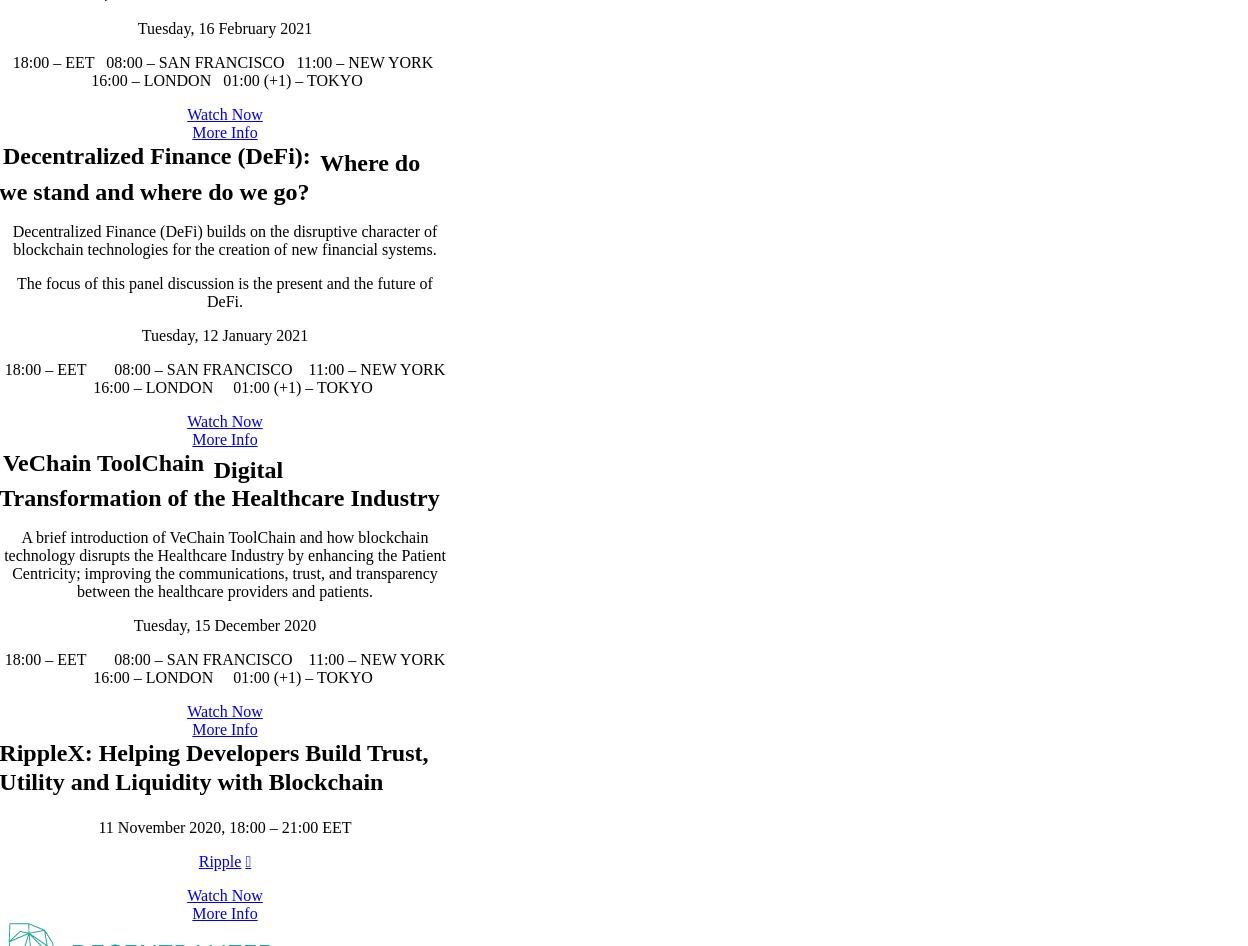  Describe the element at coordinates (224, 493) in the screenshot. I see `'The focus of this panel discussion is the present and the future of DeFi.'` at that location.